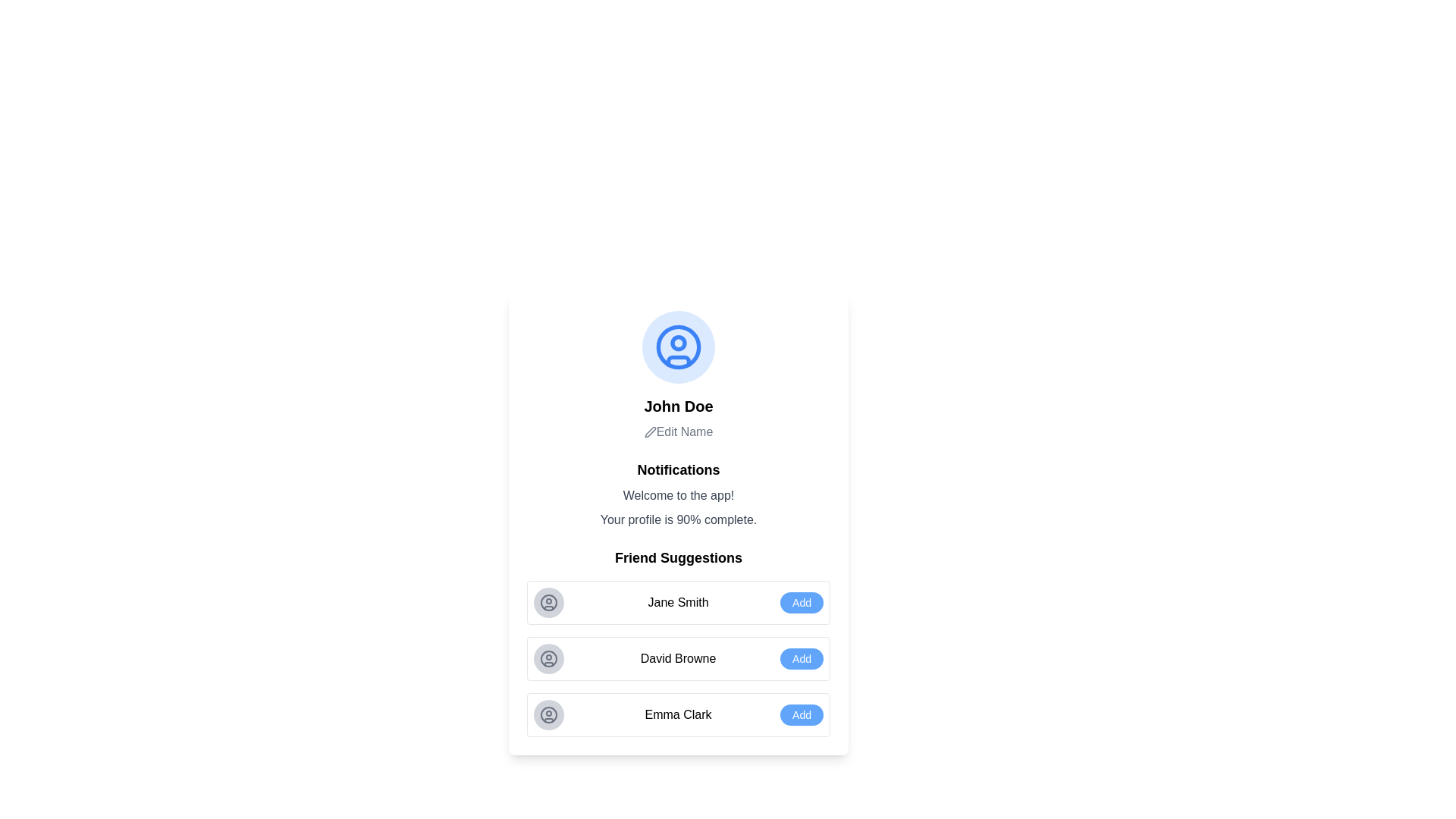 This screenshot has height=819, width=1456. What do you see at coordinates (548, 657) in the screenshot?
I see `the user profile icon associated with the 'David Browne' suggestion located at the leftmost position next to the name text` at bounding box center [548, 657].